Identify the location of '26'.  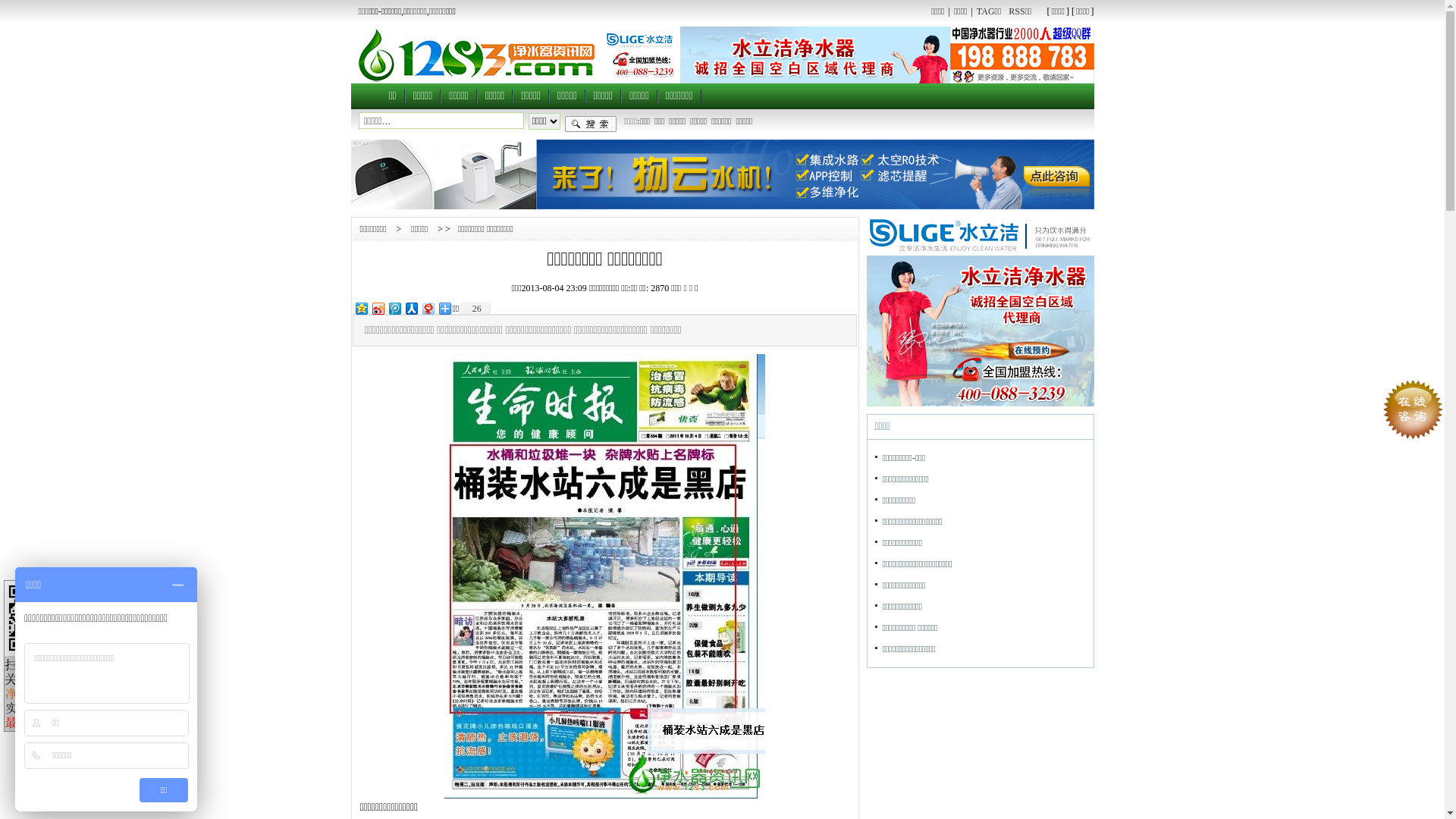
(457, 308).